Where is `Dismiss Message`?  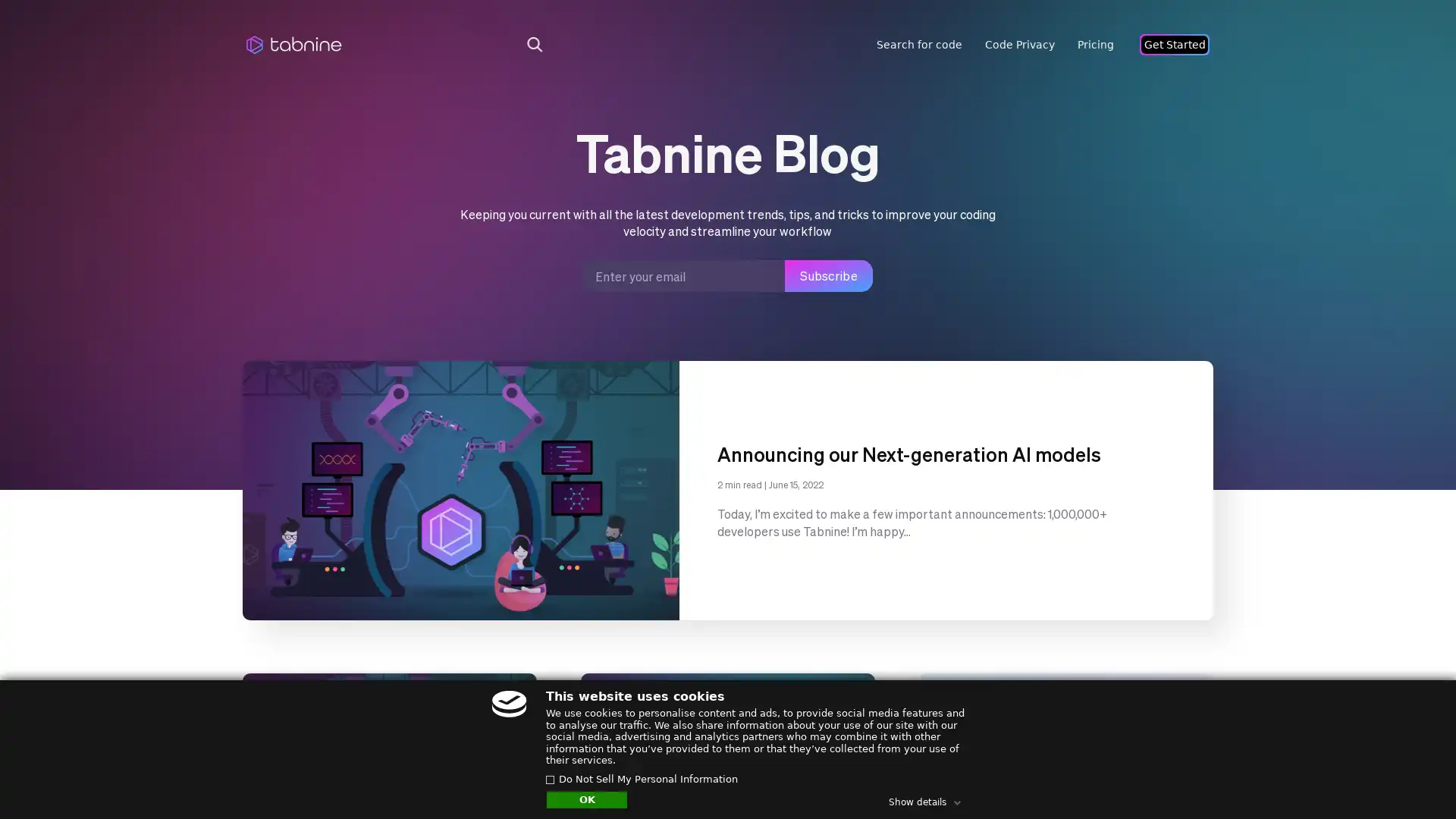
Dismiss Message is located at coordinates (1376, 761).